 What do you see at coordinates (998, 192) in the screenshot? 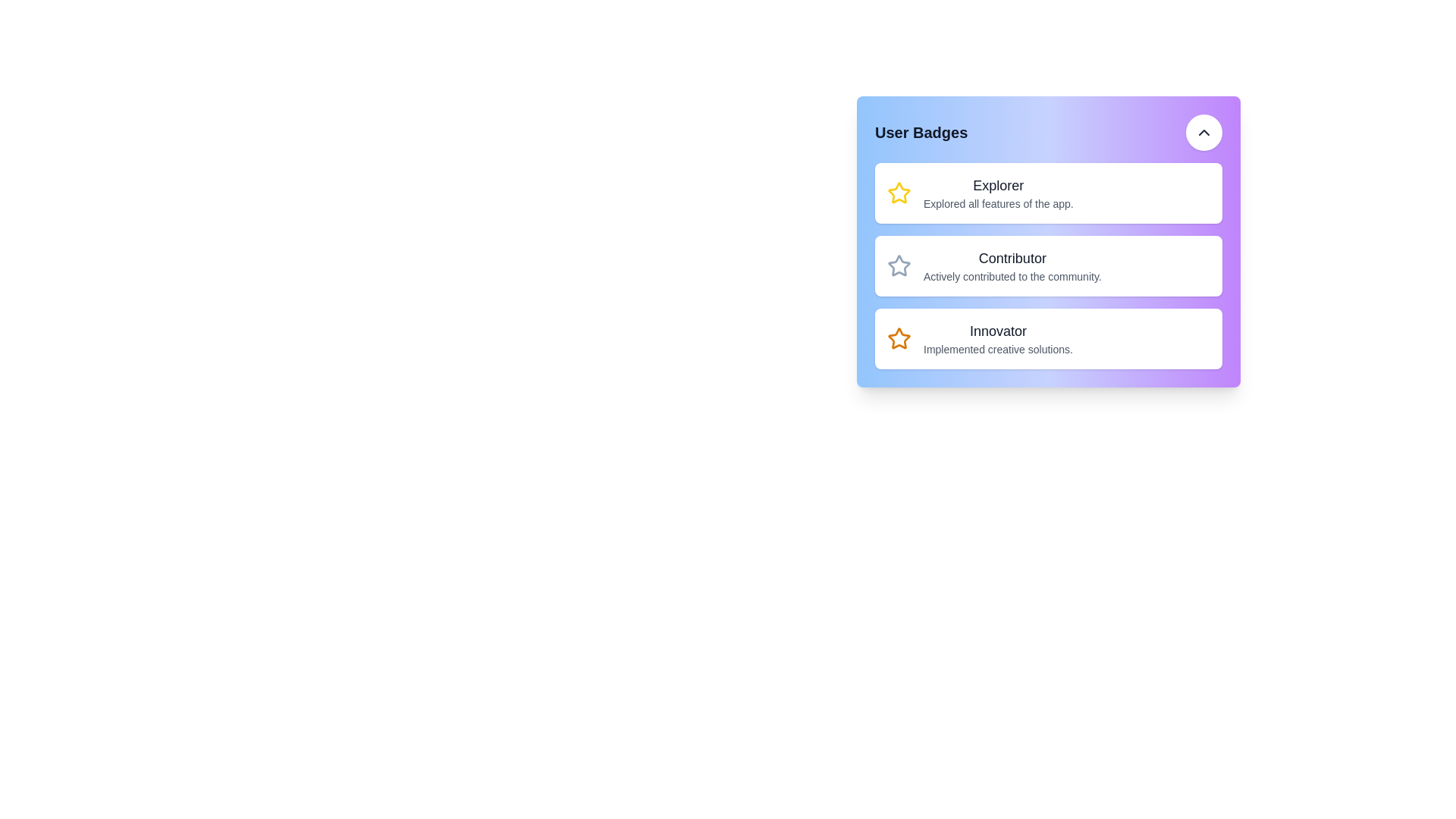
I see `the text block displaying 'Explorer' to trigger potential tooltips` at bounding box center [998, 192].